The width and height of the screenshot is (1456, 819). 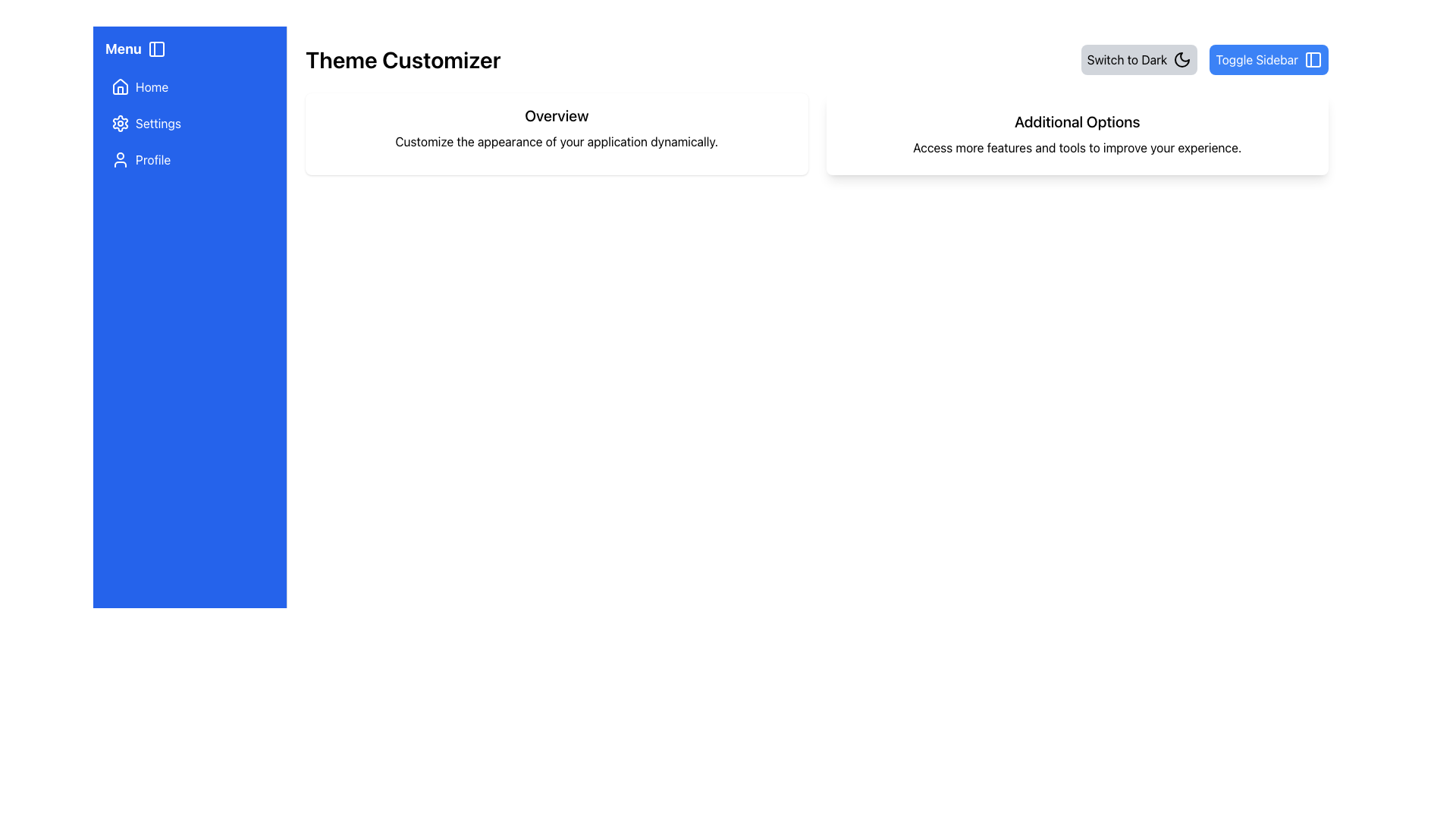 What do you see at coordinates (119, 122) in the screenshot?
I see `the gear icon in the navigation sidebar, which is associated with the 'Settings' menu item` at bounding box center [119, 122].